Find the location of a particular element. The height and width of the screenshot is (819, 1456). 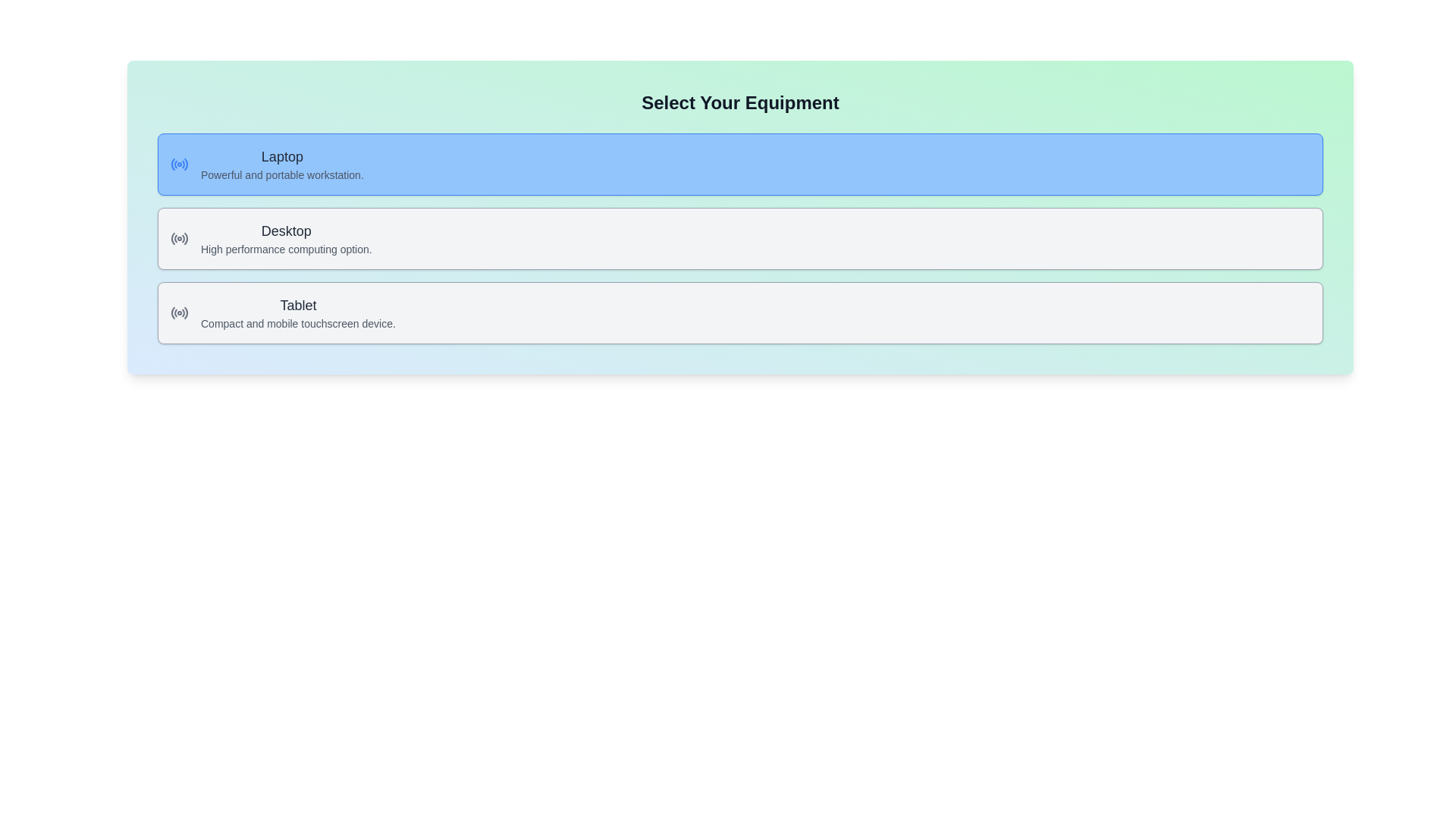

heading text 'Select Your Equipment' which is styled in bold, large size, and black color, located at the top center of the card-like section is located at coordinates (740, 102).